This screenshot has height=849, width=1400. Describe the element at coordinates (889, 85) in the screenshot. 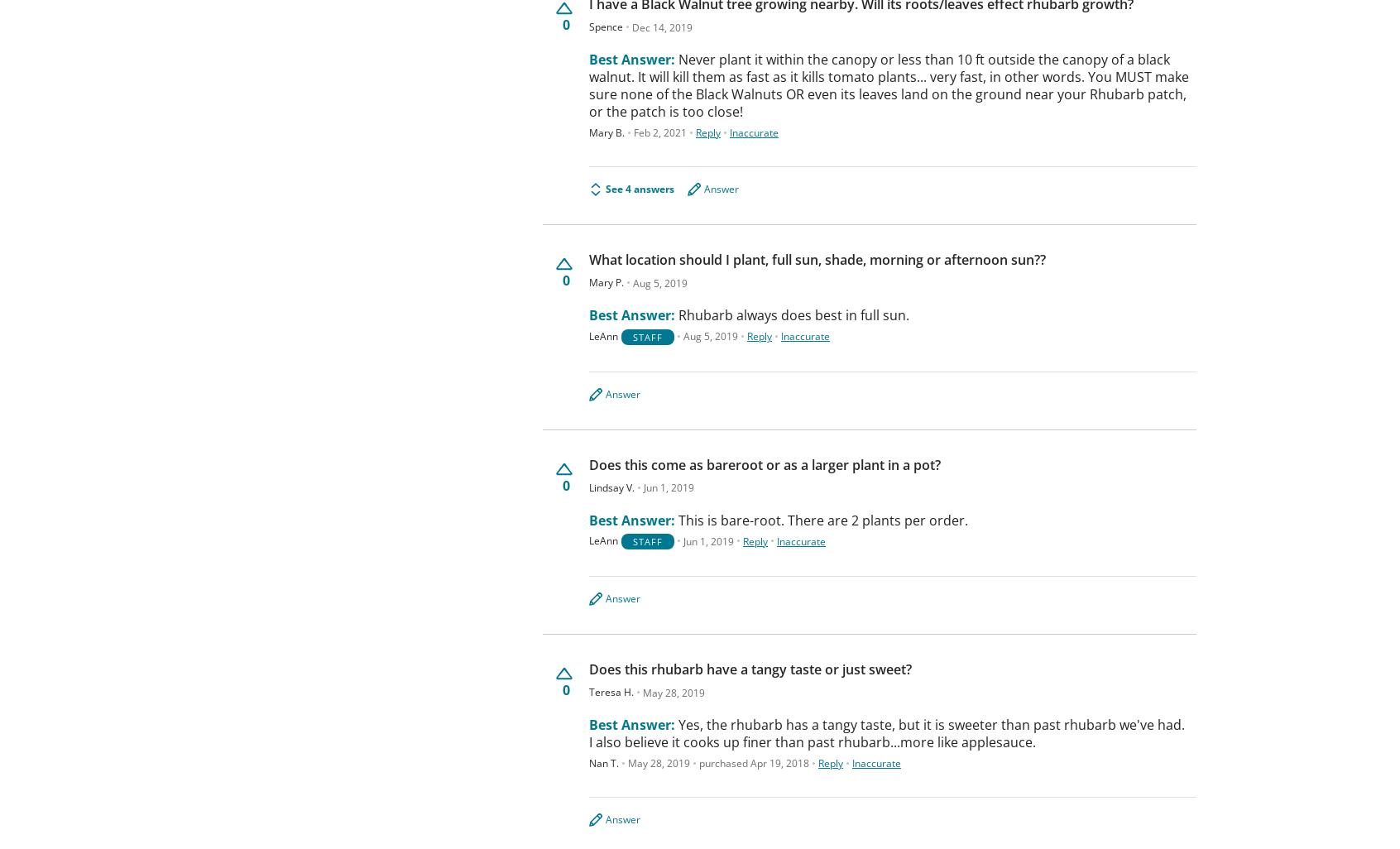

I see `'Never plant it within the canopy or less than 10 ft outside the canopy of a black walnut. It will kill them as fast as it kills tomato plants... very fast, in other words. You MUST make sure none of the Black Walnuts OR even its leaves land on the ground near your Rhubarb patch, or the patch is too close!'` at that location.